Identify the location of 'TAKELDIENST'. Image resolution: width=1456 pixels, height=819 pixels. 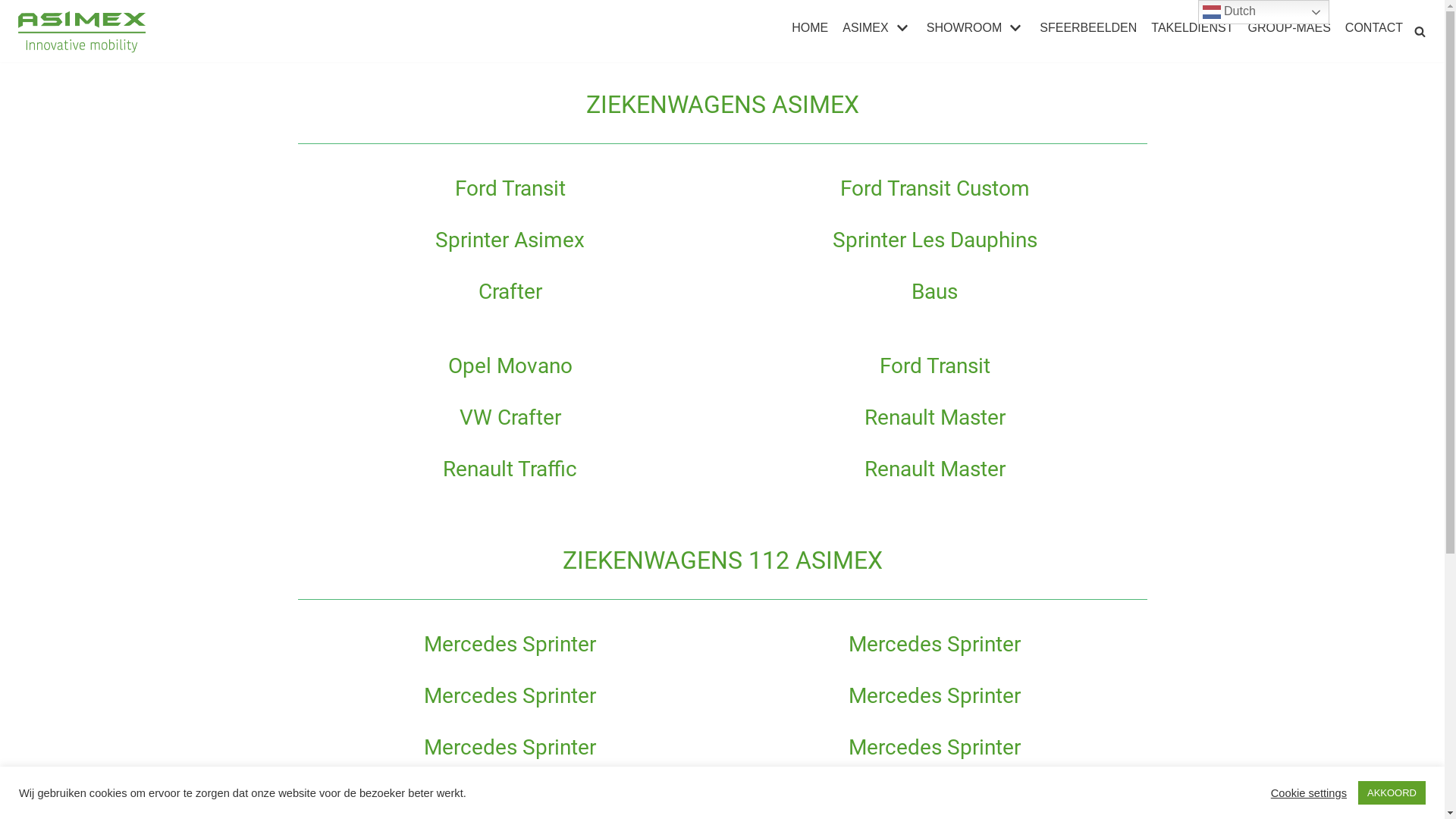
(1191, 28).